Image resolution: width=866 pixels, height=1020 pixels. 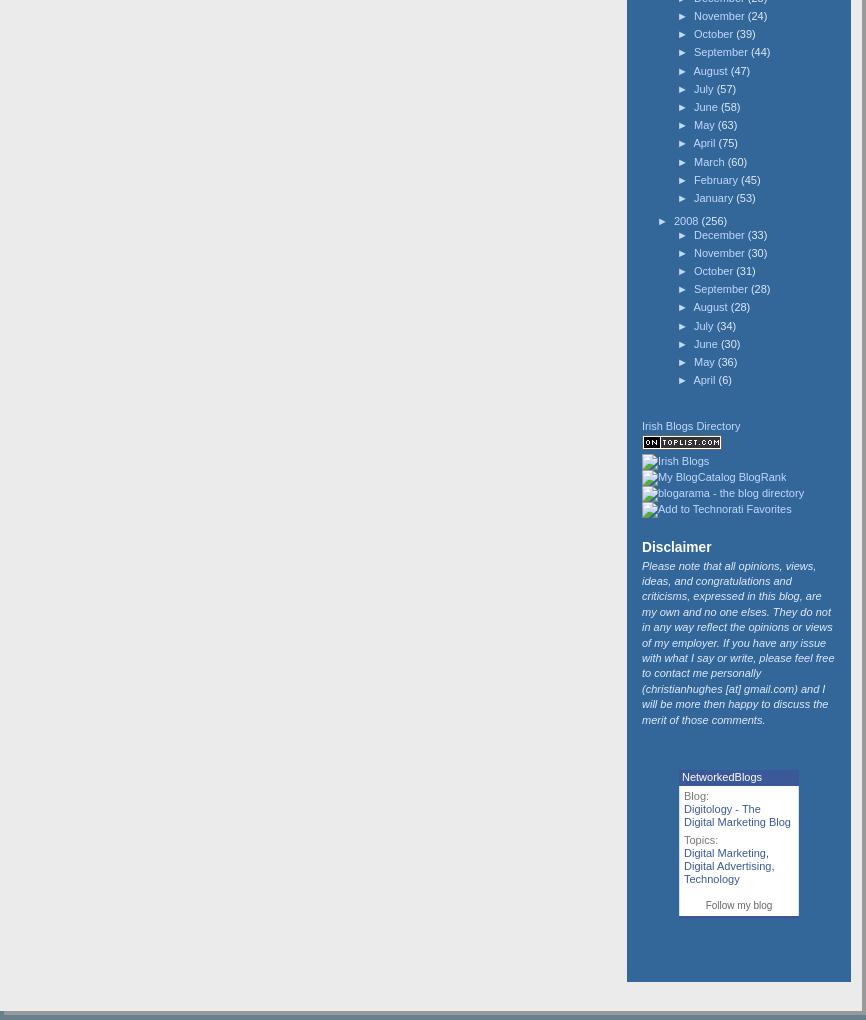 I want to click on 'Disclaimer', so click(x=675, y=546).